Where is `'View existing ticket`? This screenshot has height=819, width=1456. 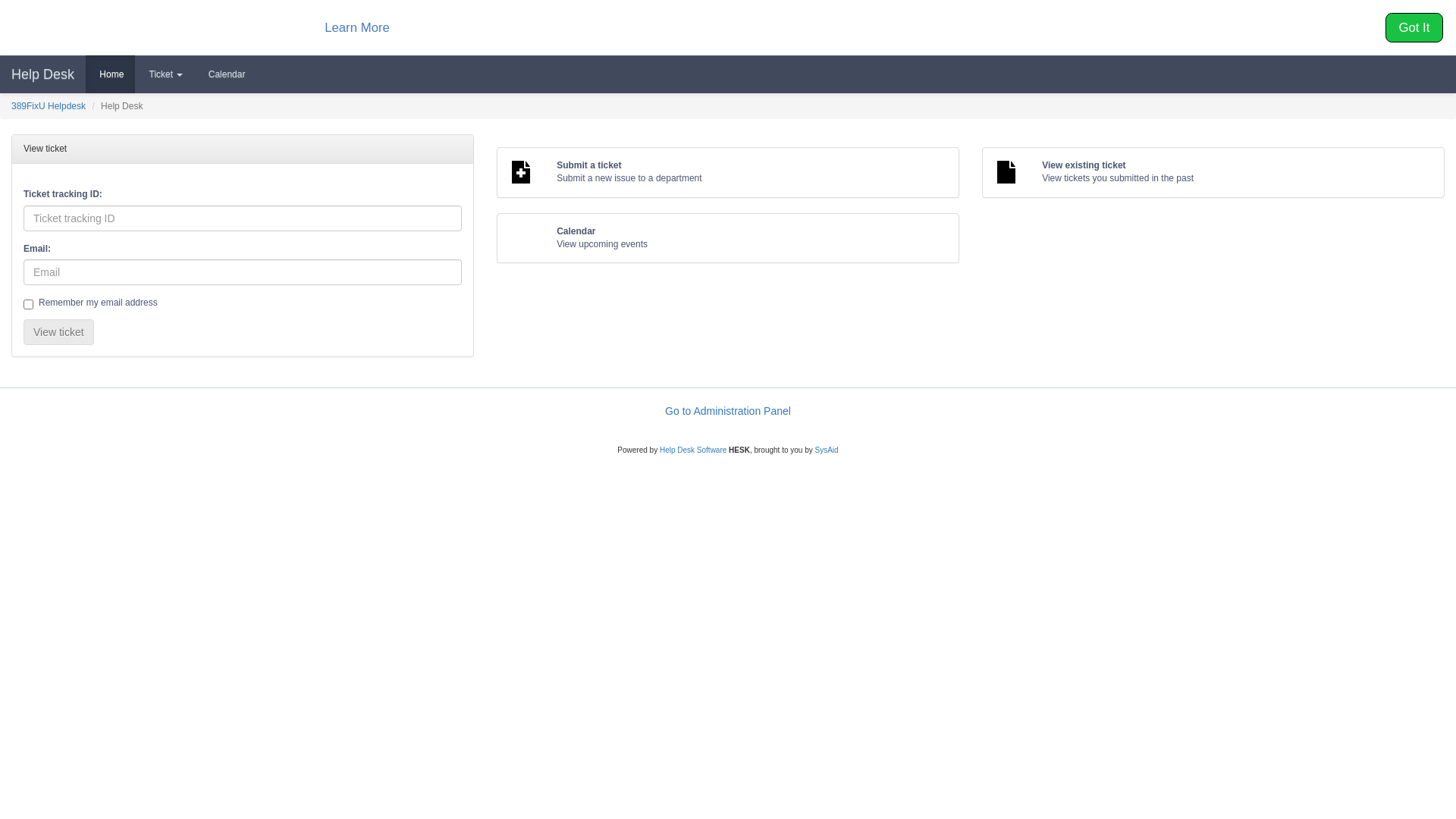 'View existing ticket is located at coordinates (1212, 171).